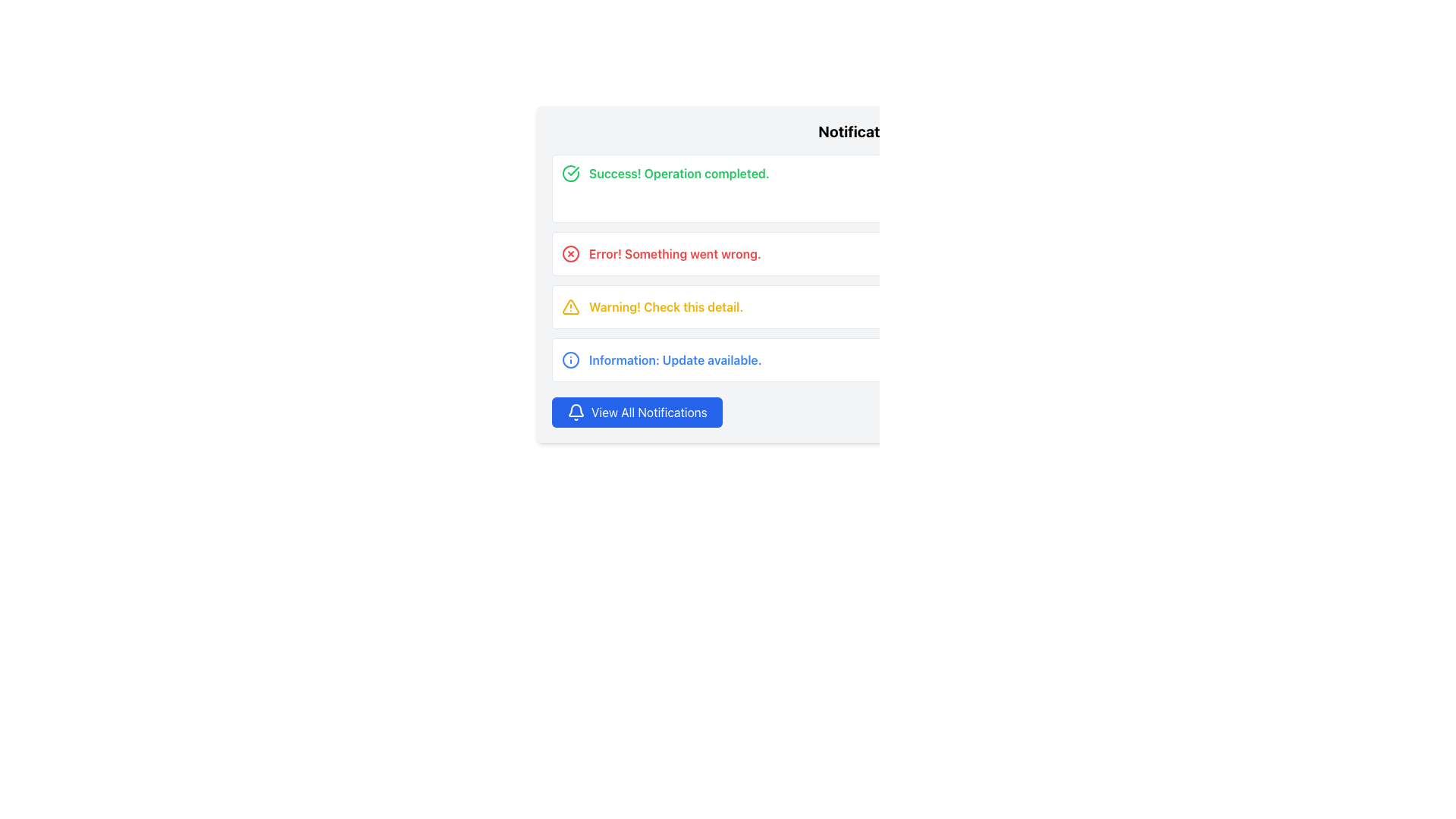  I want to click on the warning notification box in the Notification Dashboard, so click(901, 307).